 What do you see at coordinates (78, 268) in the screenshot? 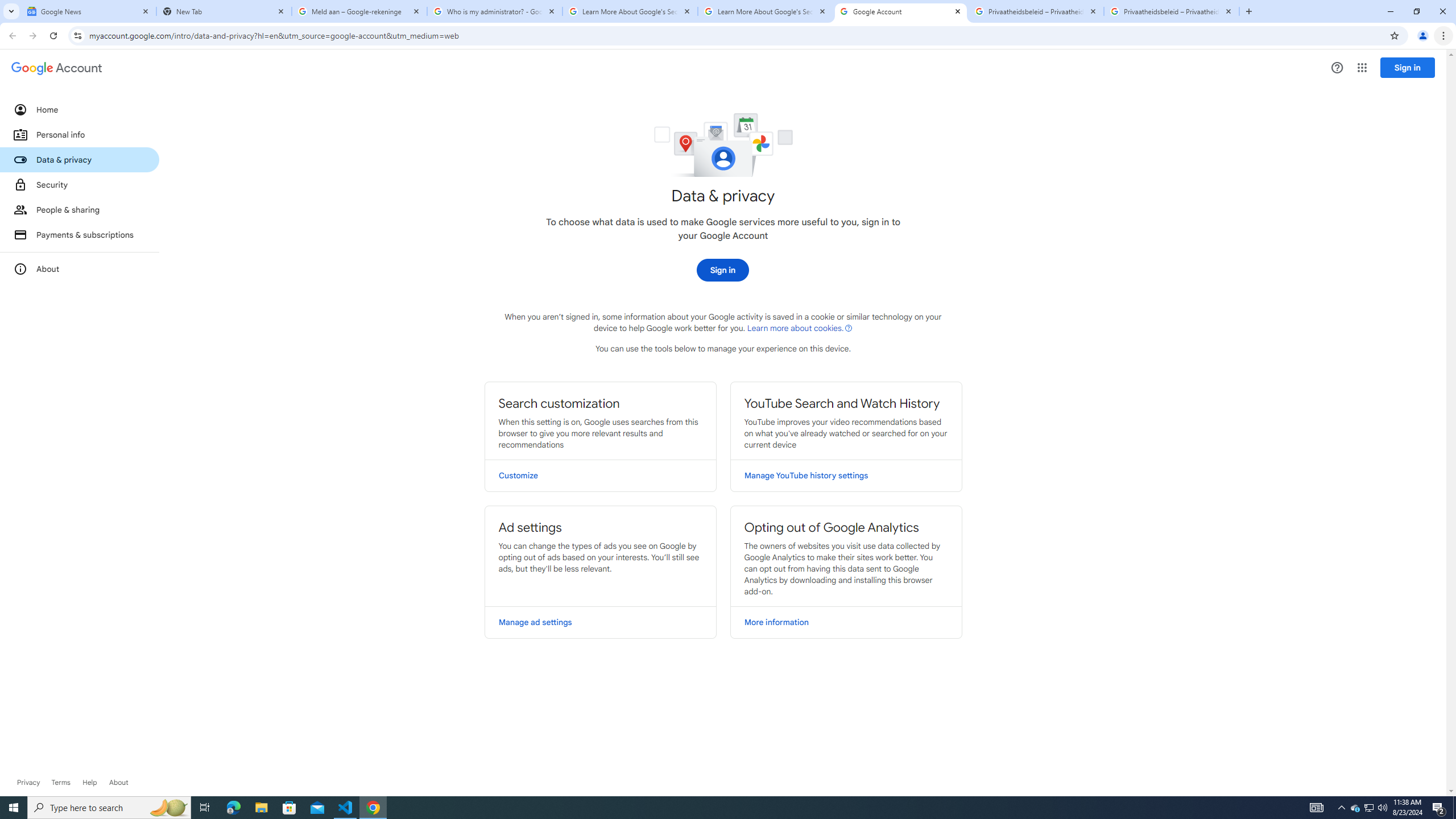
I see `'More information about the Google Account'` at bounding box center [78, 268].